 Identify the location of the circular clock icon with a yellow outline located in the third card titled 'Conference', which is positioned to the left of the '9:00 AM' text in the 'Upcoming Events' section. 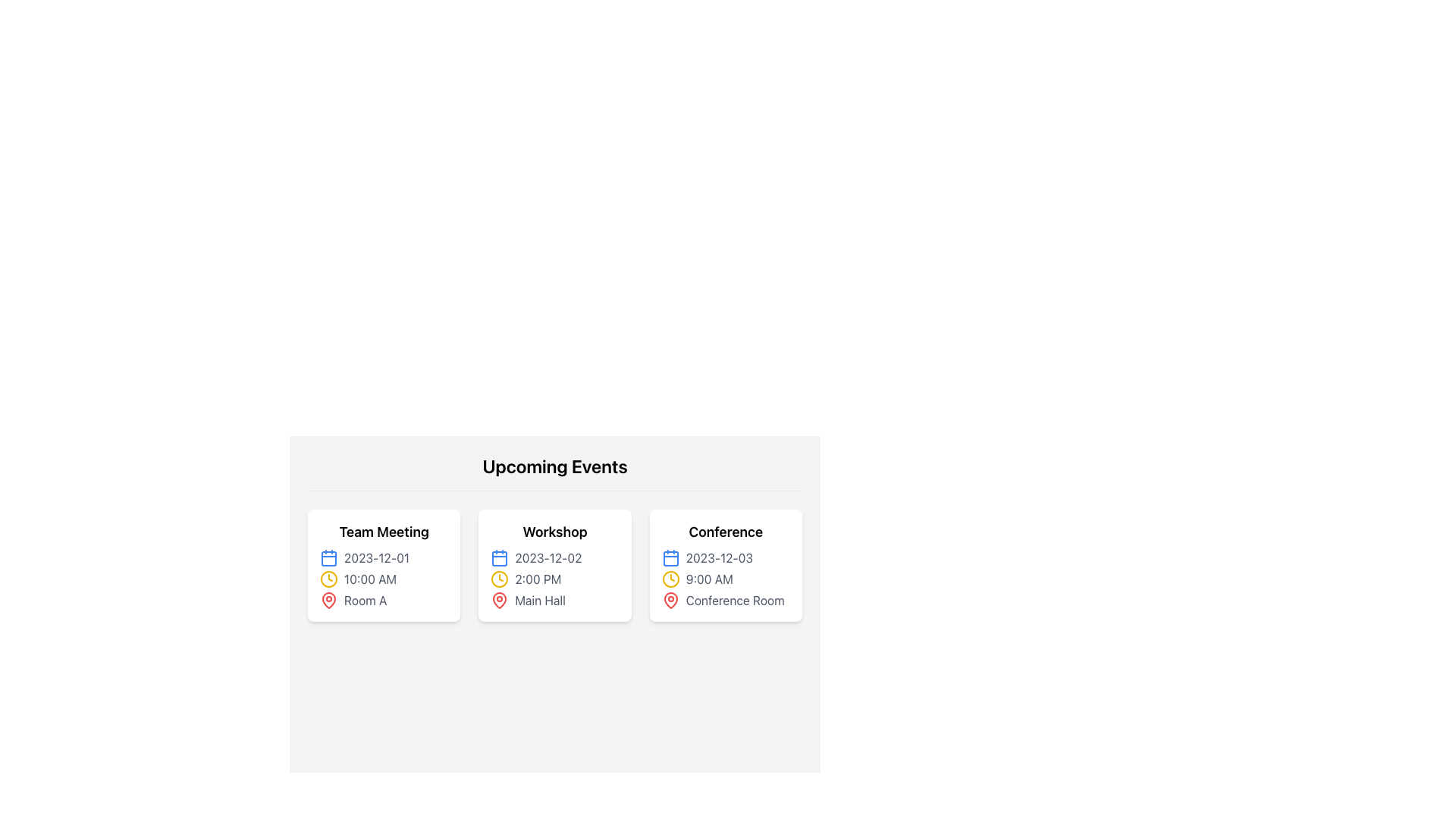
(670, 579).